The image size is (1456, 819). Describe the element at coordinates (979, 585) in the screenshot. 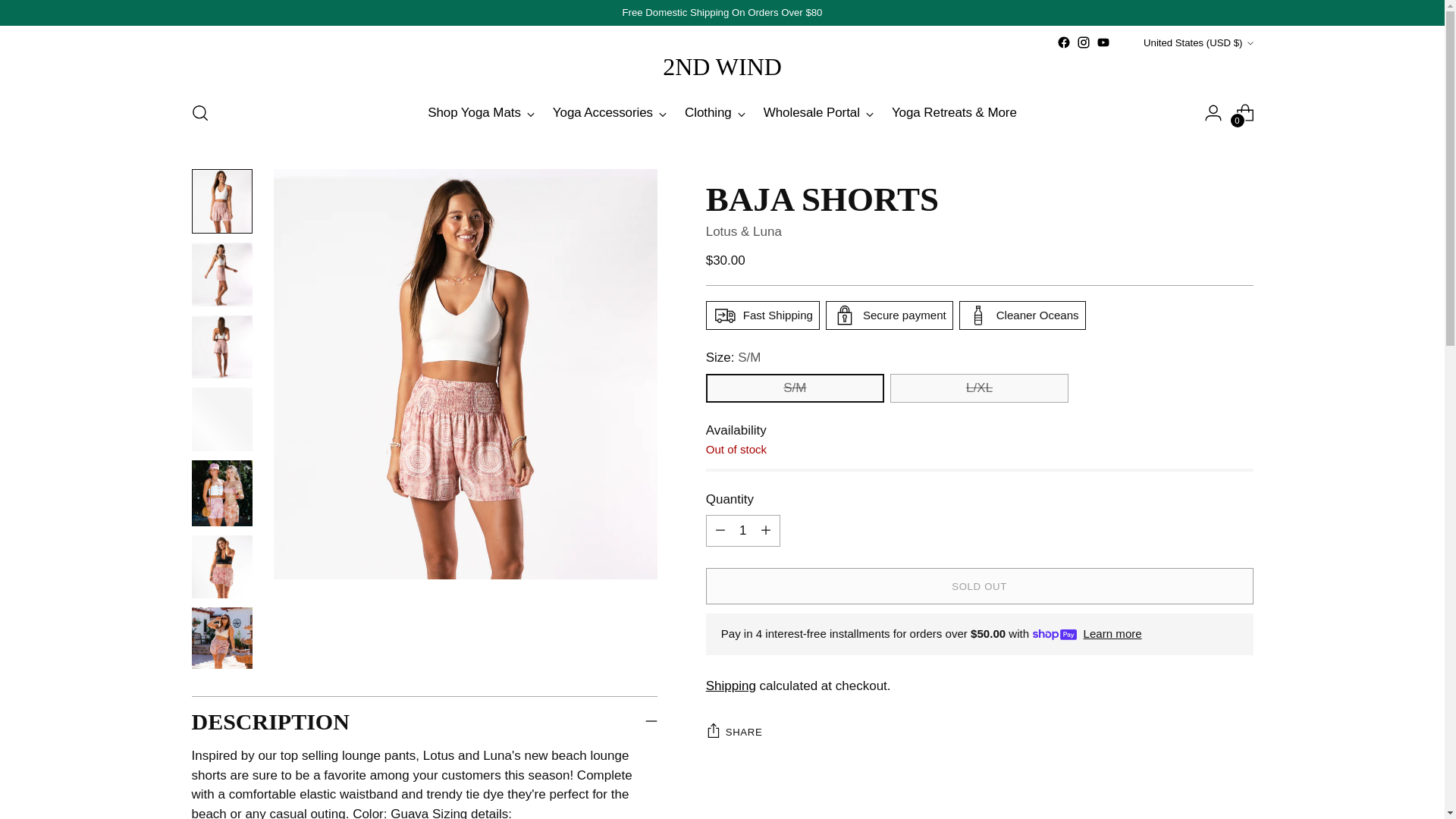

I see `'SOLD OUT'` at that location.